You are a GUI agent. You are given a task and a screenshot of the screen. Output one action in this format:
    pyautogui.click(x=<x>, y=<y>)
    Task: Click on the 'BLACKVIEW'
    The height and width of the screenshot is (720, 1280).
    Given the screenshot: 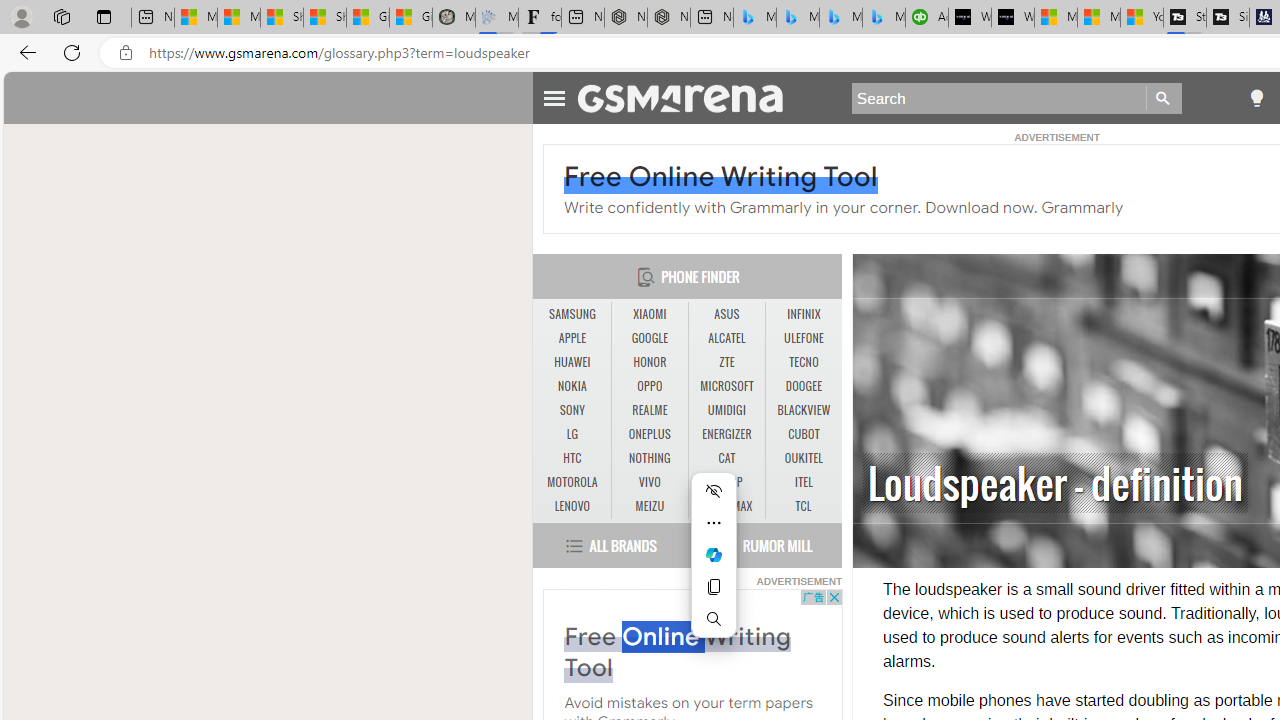 What is the action you would take?
    pyautogui.click(x=803, y=410)
    